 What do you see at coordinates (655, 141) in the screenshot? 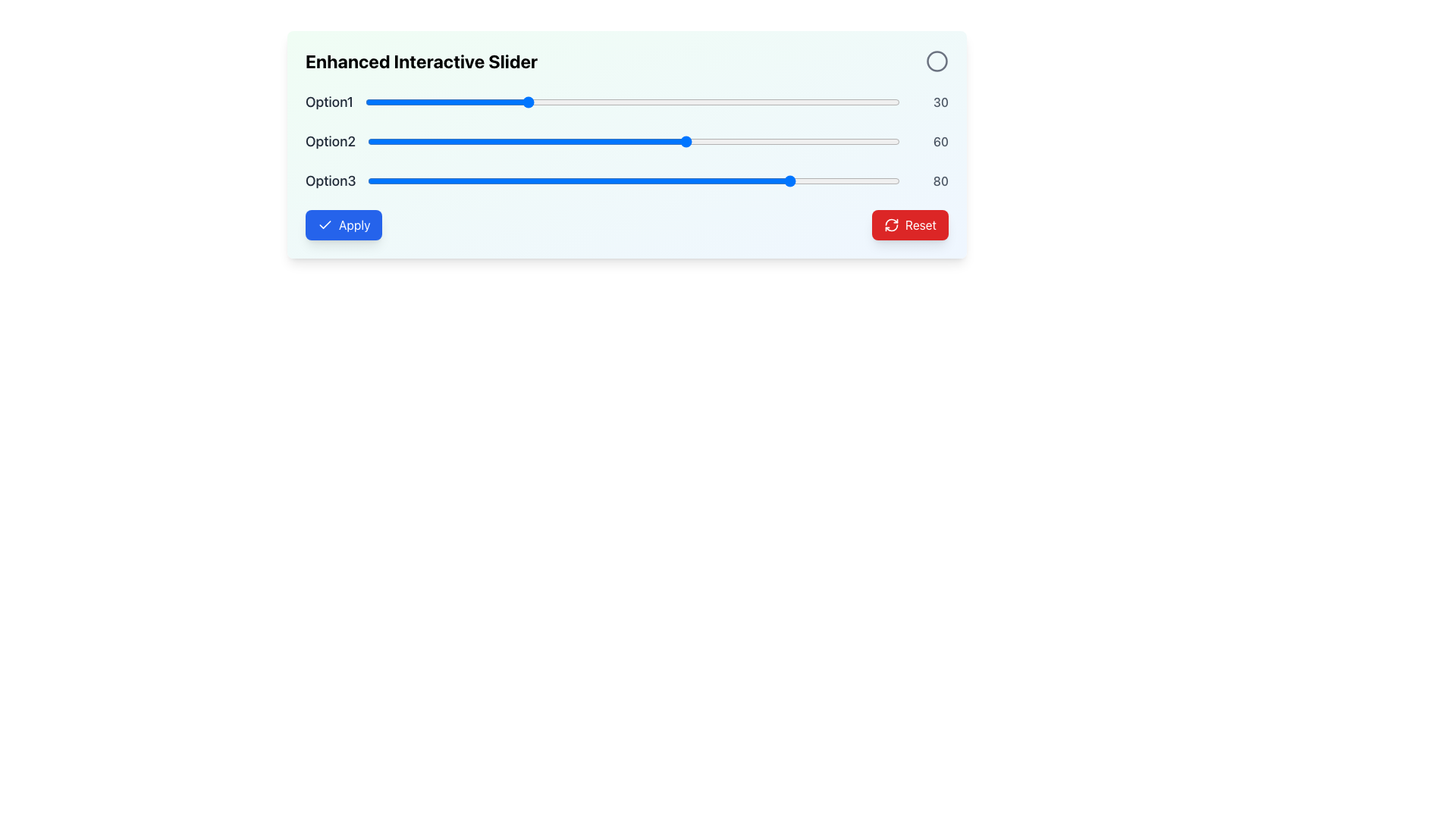
I see `slider` at bounding box center [655, 141].